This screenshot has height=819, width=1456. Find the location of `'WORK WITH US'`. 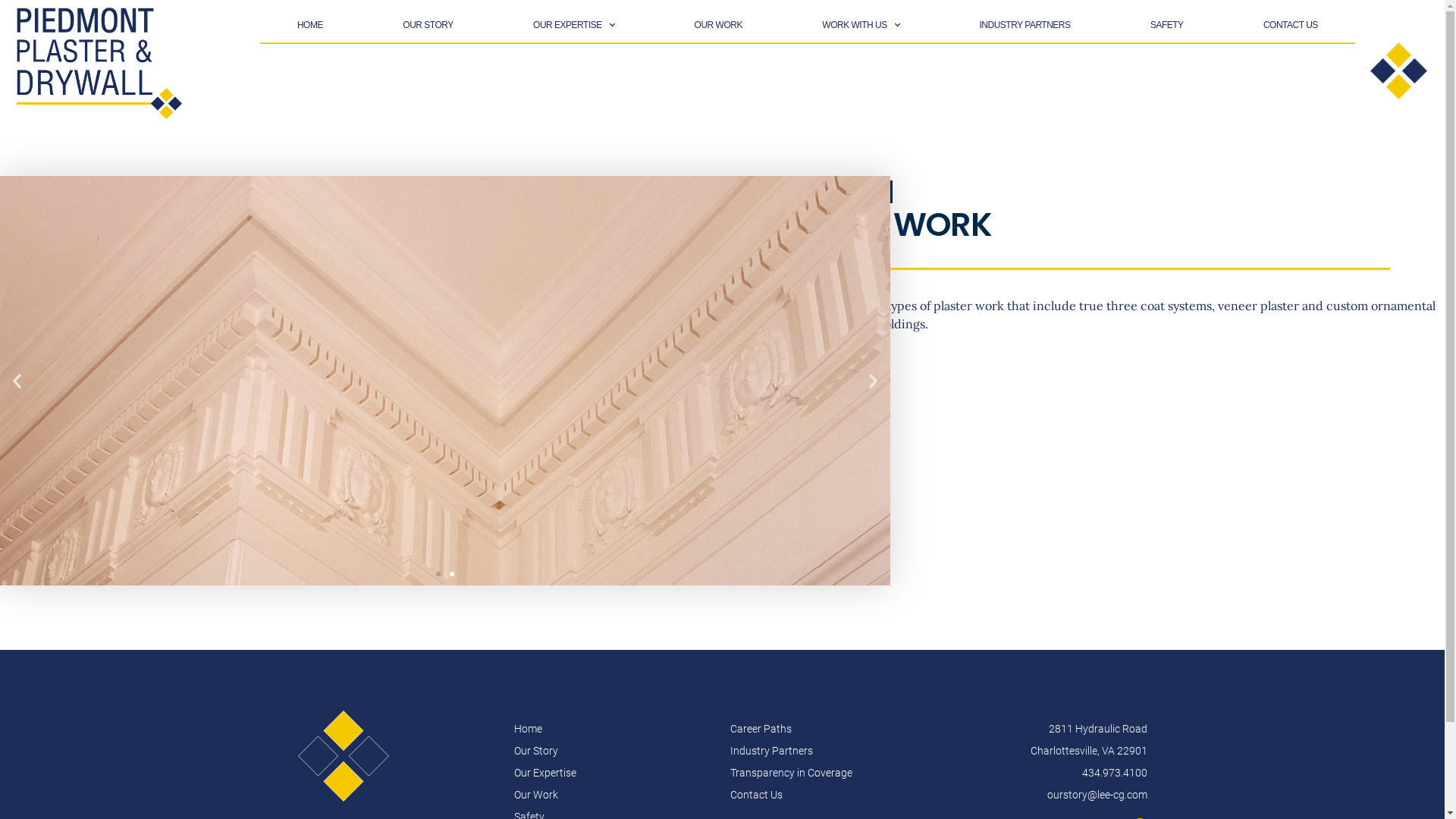

'WORK WITH US' is located at coordinates (860, 25).